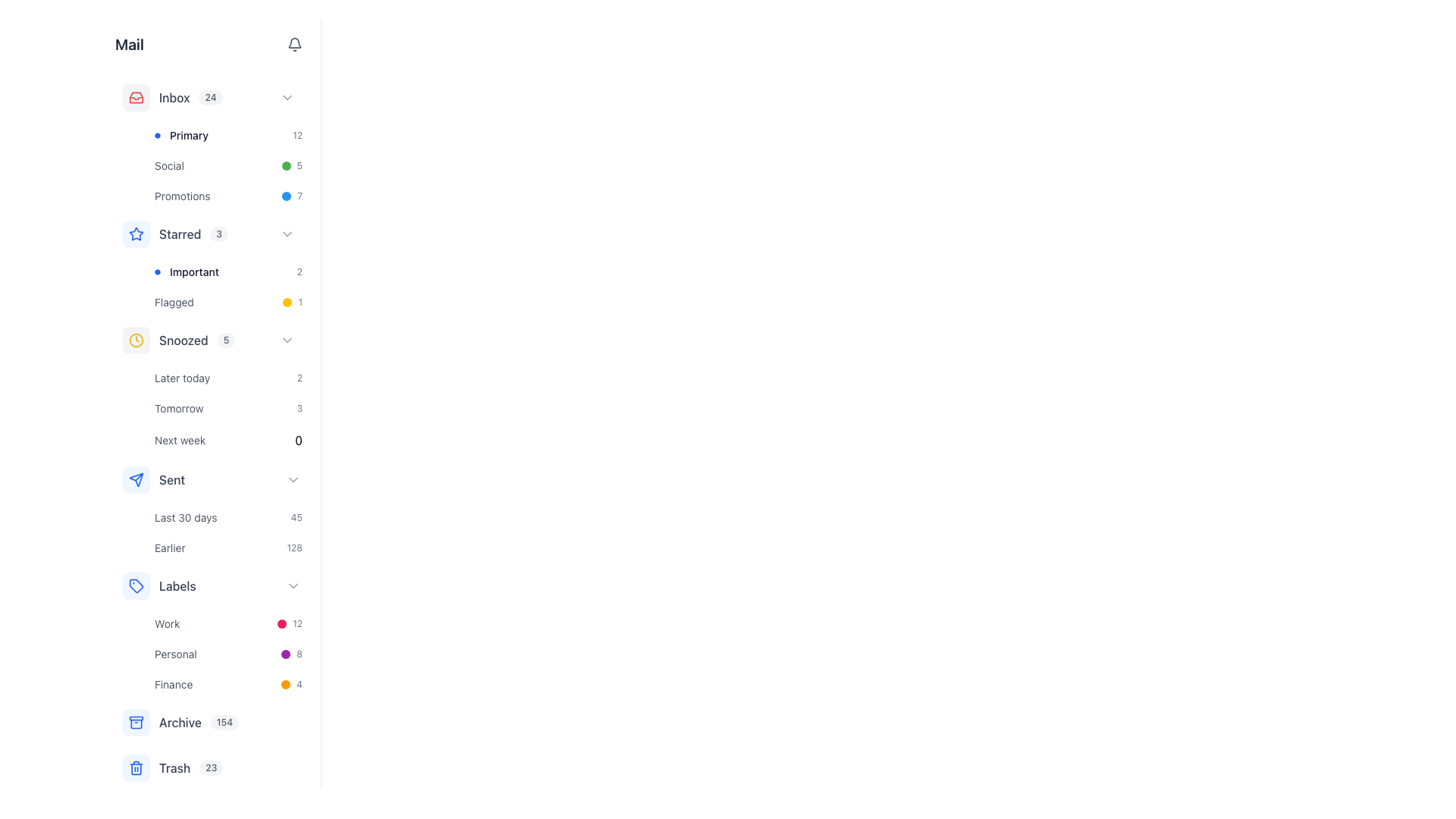  What do you see at coordinates (227, 166) in the screenshot?
I see `the 'Social' list item, which features a green circular indicator and the number '5'` at bounding box center [227, 166].